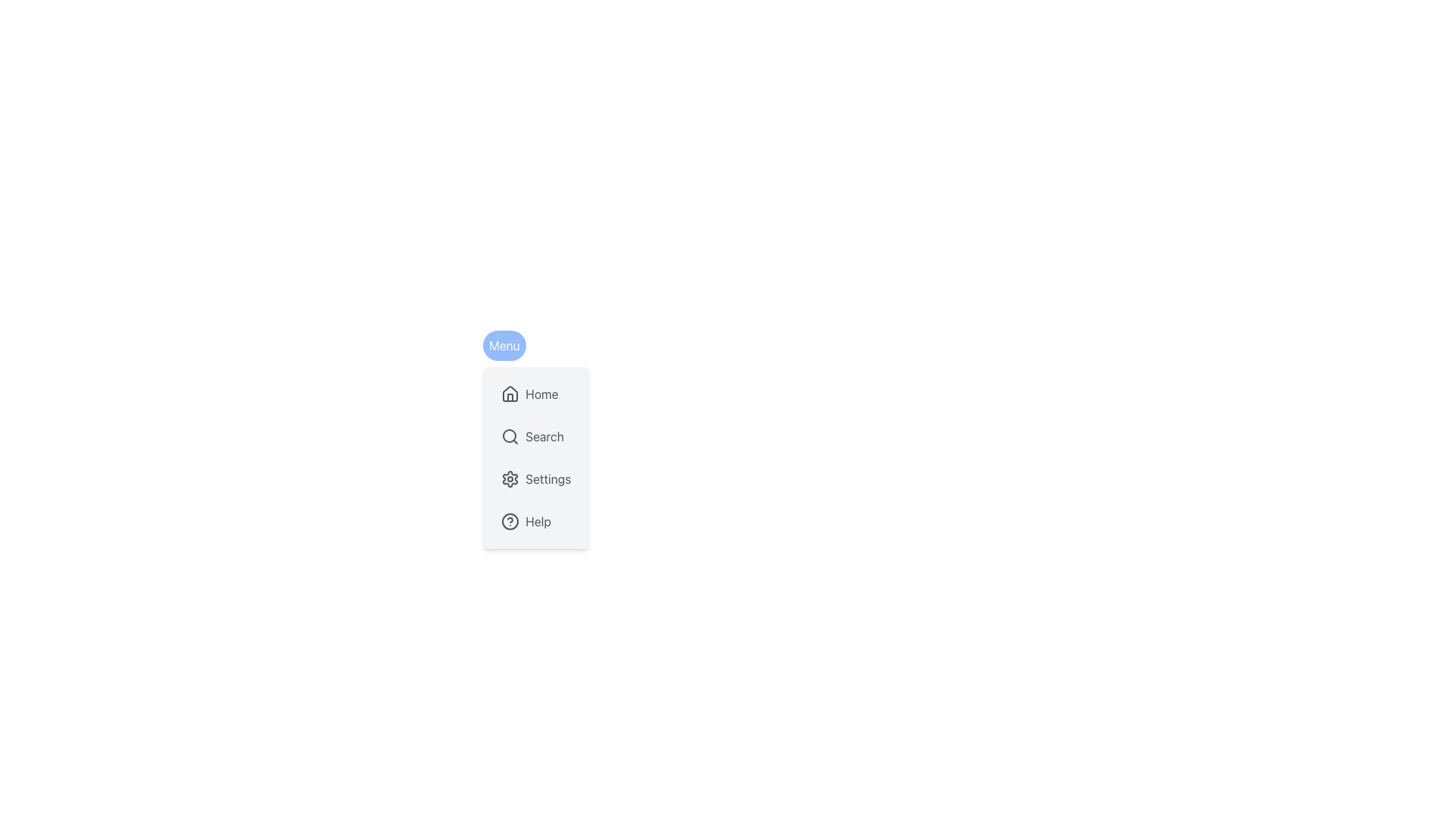  Describe the element at coordinates (510, 479) in the screenshot. I see `the gear-shaped 'Settings' icon located in the third menu row of the vertical navigation menu` at that location.